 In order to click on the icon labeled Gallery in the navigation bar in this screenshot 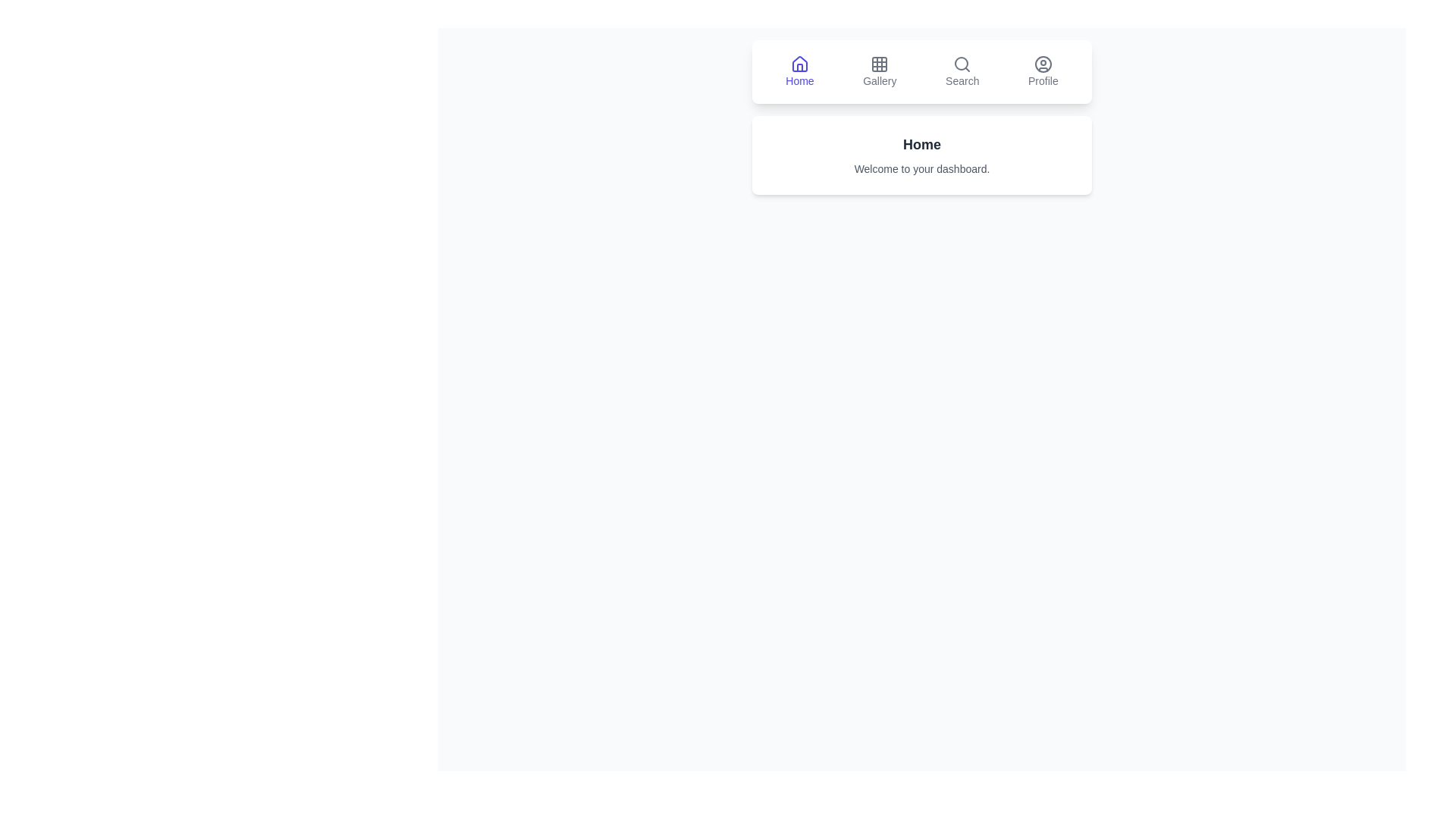, I will do `click(880, 72)`.